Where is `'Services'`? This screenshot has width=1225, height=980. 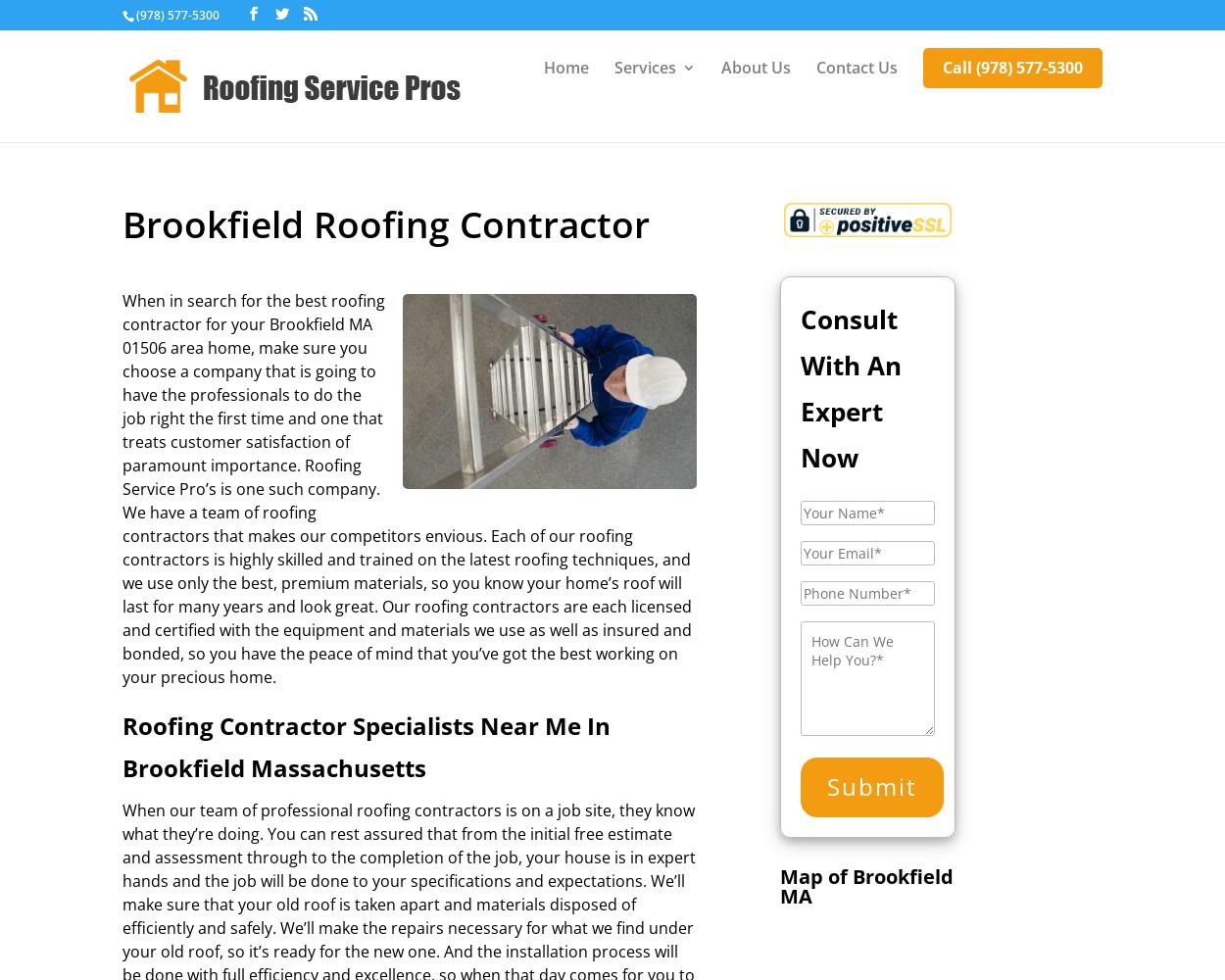 'Services' is located at coordinates (645, 67).